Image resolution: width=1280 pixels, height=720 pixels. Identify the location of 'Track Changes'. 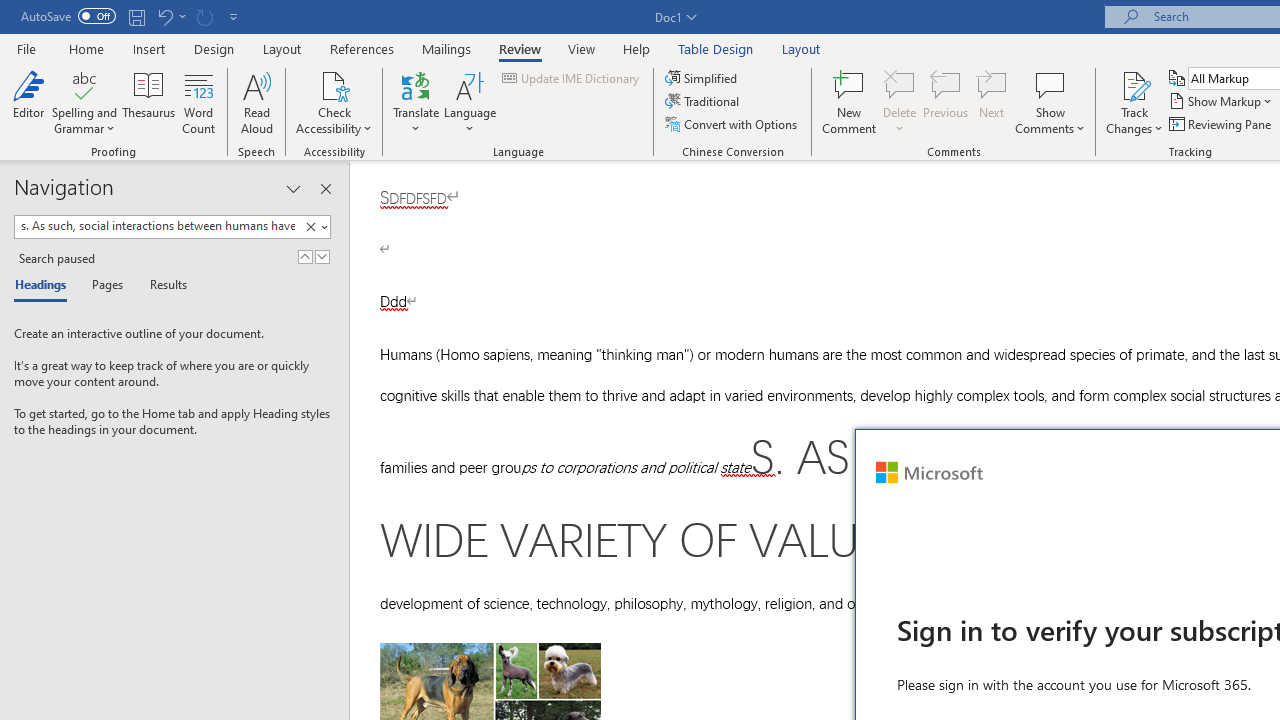
(1134, 103).